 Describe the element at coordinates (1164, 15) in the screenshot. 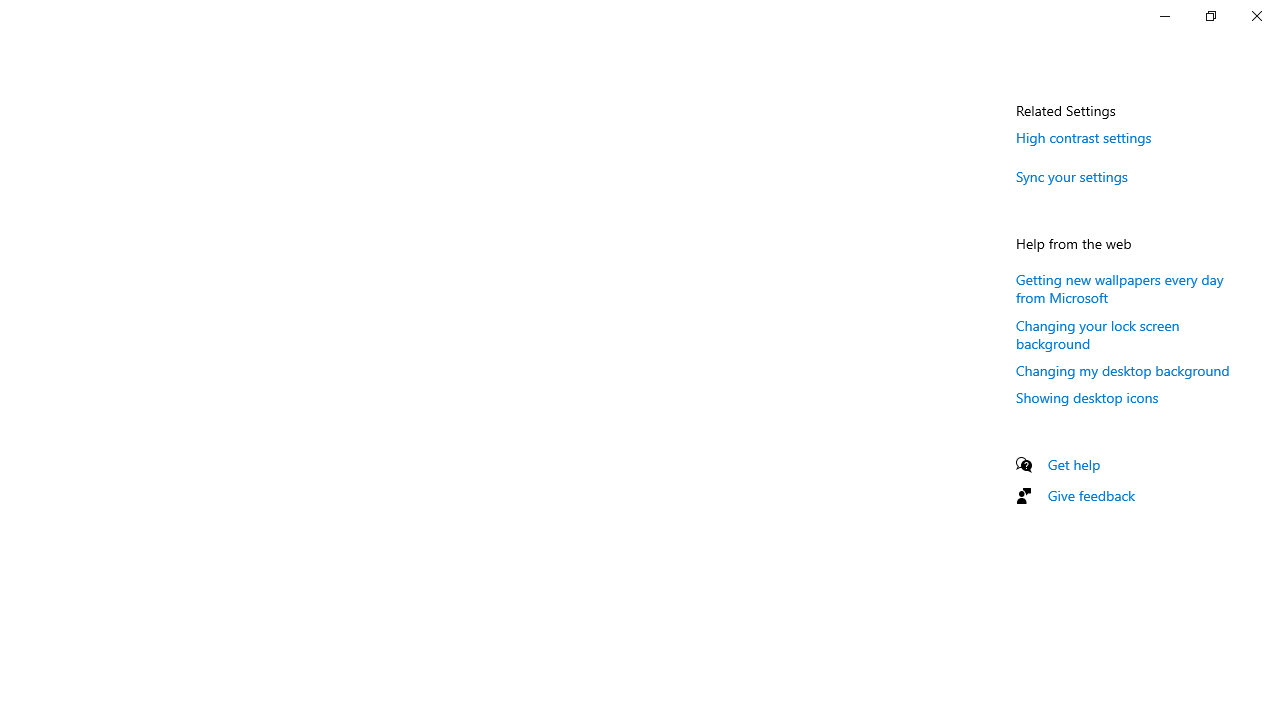

I see `'Minimize Settings'` at that location.